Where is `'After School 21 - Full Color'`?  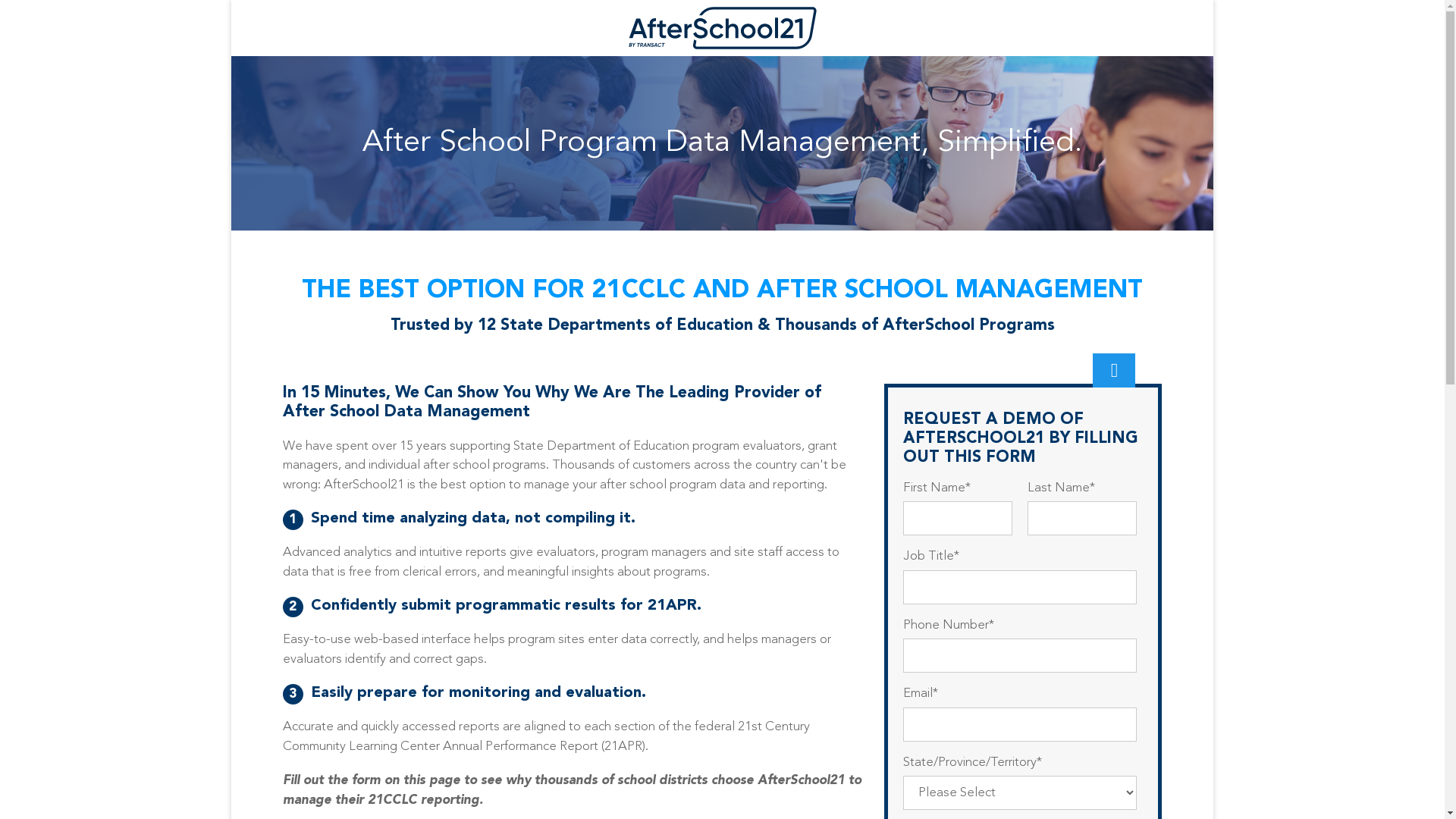
'After School 21 - Full Color' is located at coordinates (722, 28).